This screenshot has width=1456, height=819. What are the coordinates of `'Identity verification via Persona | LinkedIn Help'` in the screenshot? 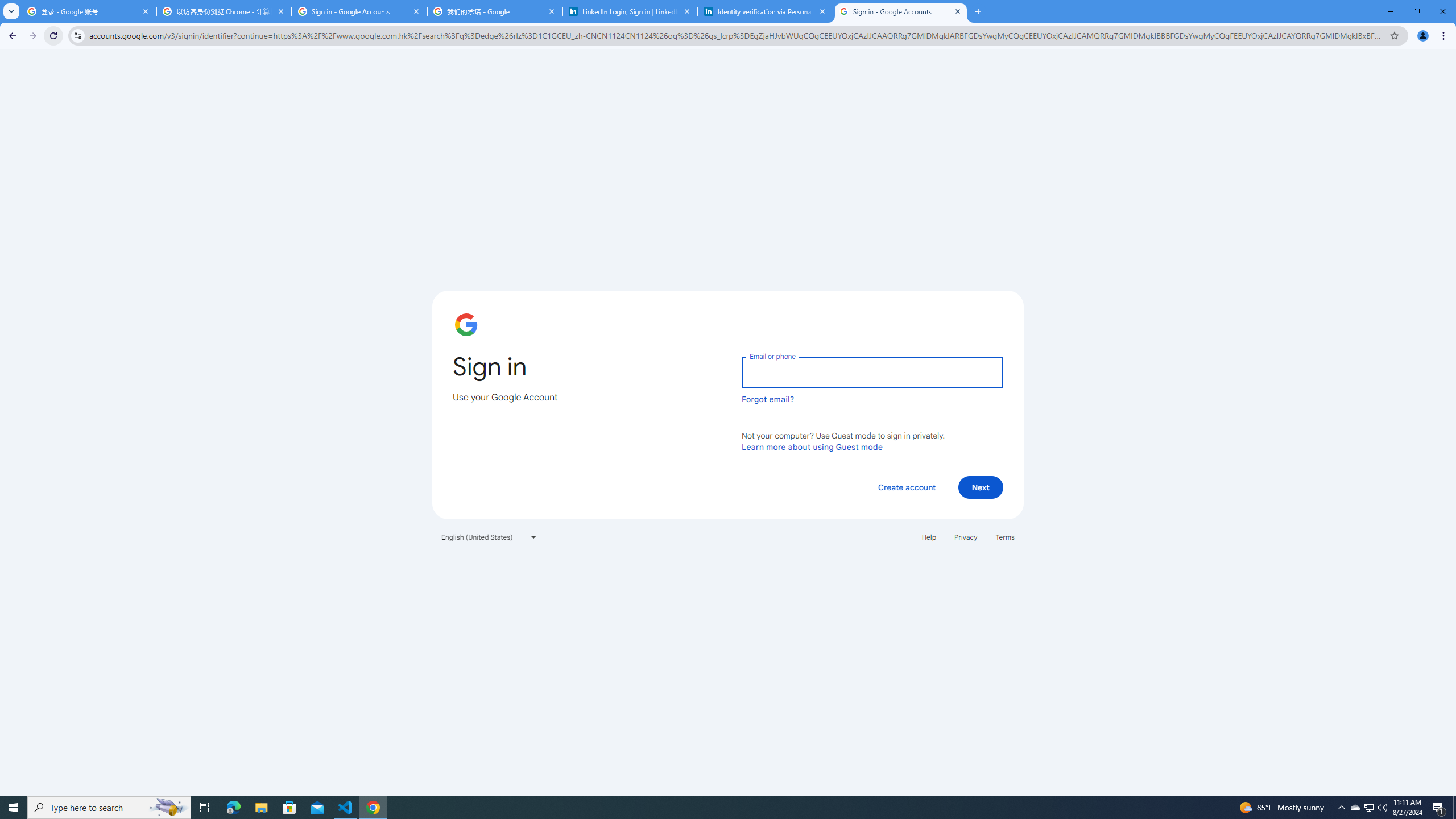 It's located at (765, 11).